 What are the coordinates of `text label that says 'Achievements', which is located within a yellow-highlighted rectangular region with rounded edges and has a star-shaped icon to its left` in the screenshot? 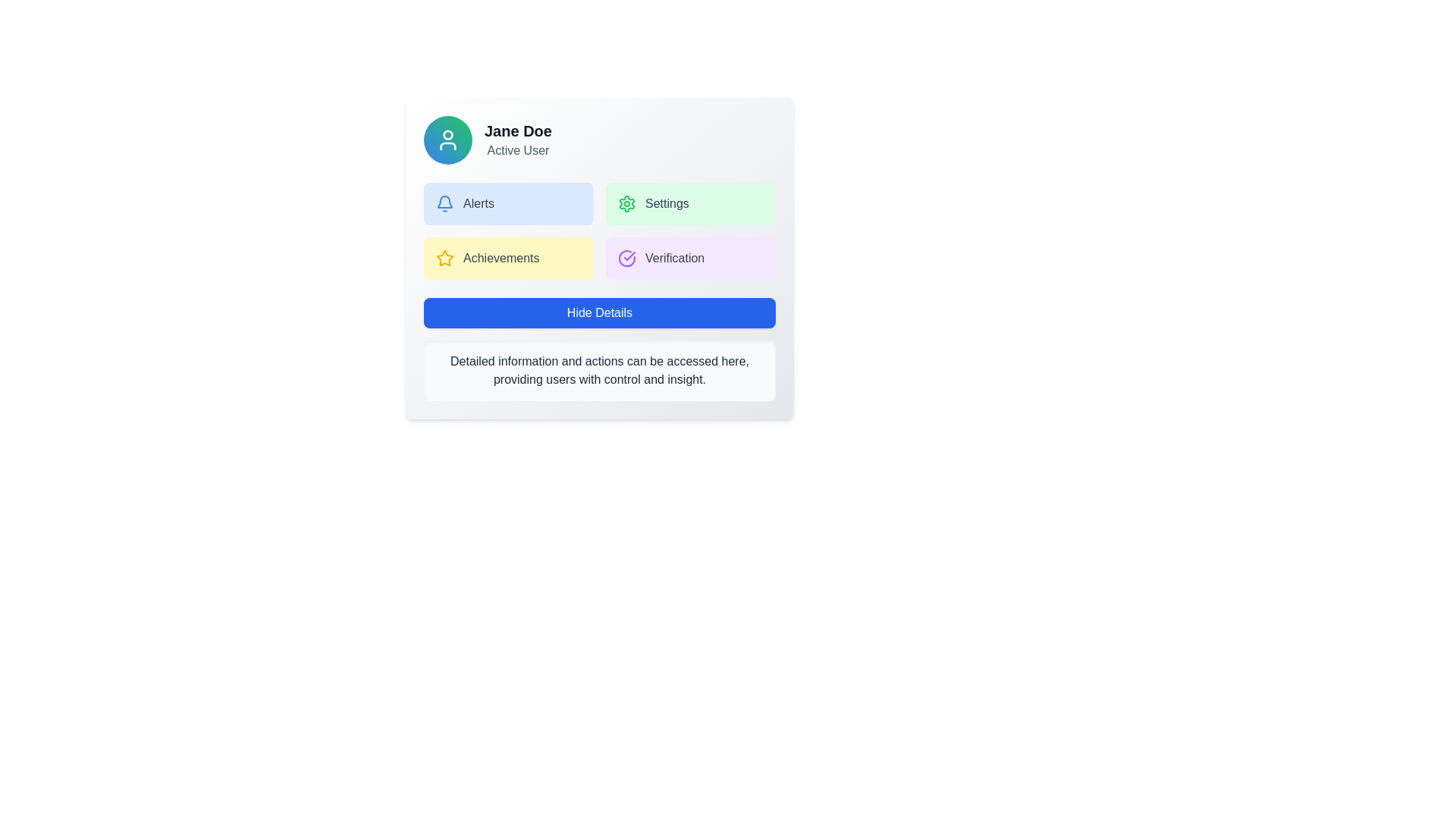 It's located at (501, 257).